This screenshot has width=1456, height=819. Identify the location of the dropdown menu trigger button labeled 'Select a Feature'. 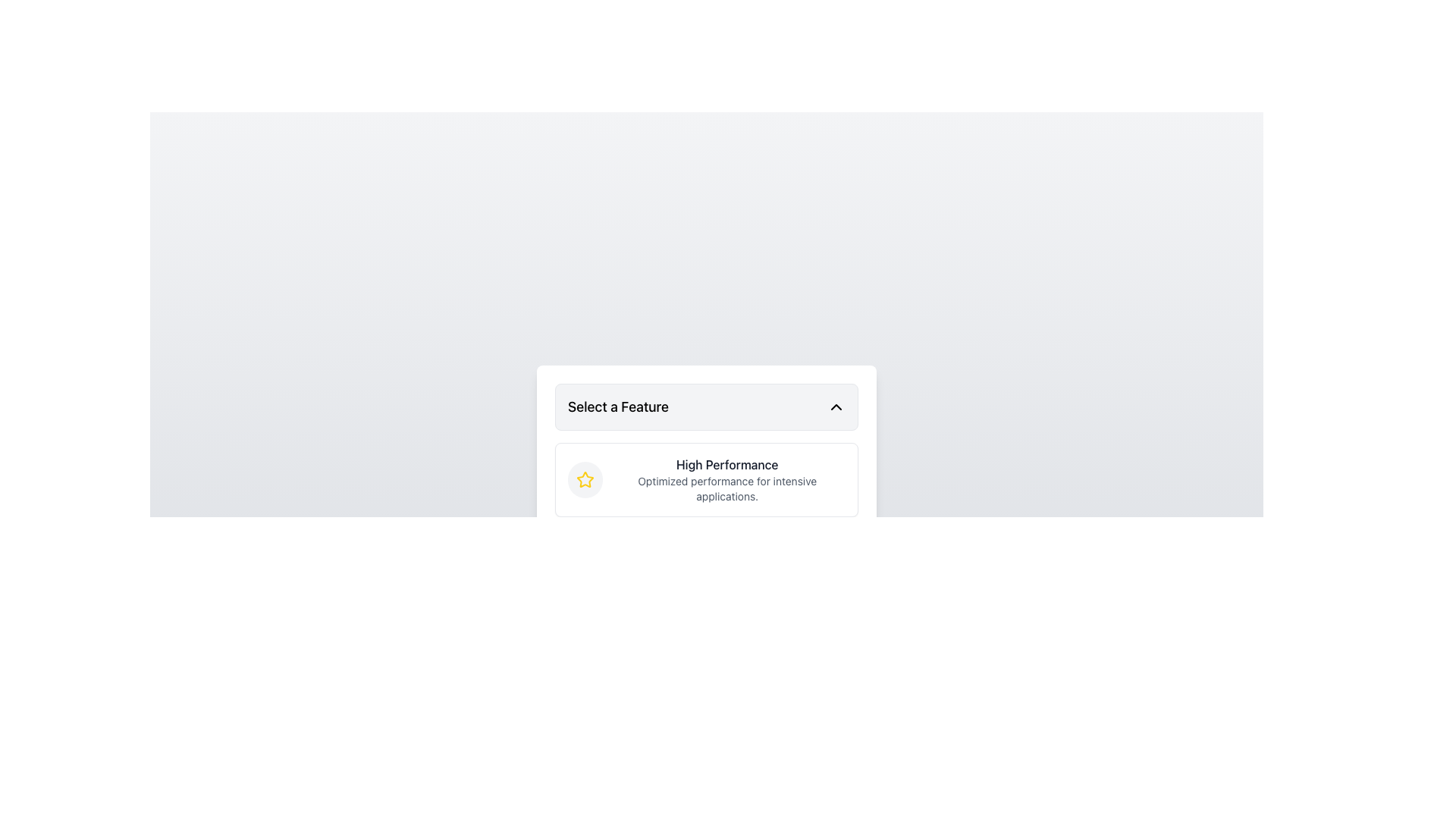
(705, 406).